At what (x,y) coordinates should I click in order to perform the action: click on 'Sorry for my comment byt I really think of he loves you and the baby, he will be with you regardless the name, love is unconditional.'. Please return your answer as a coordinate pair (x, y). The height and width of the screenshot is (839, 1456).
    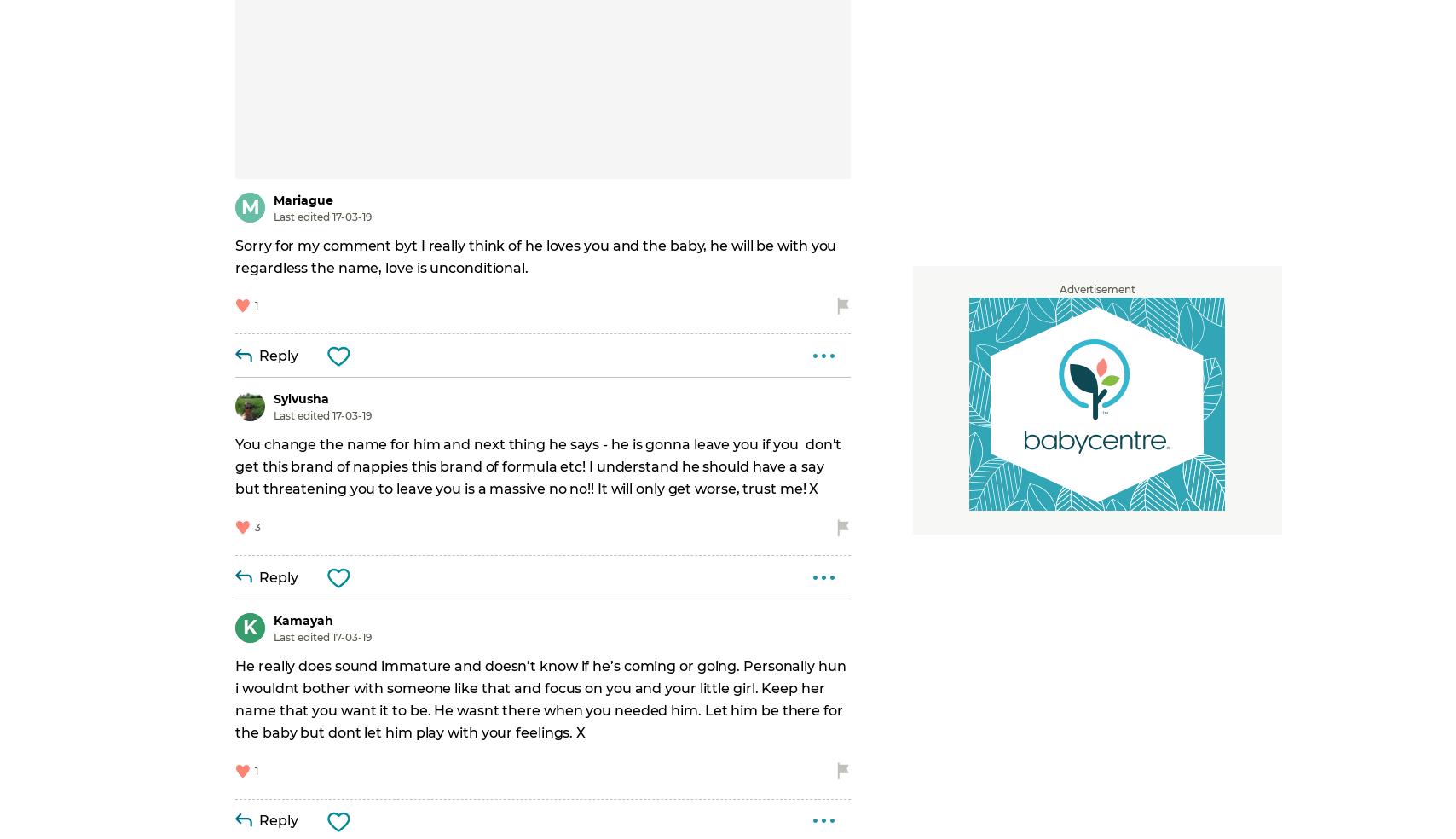
    Looking at the image, I should click on (537, 255).